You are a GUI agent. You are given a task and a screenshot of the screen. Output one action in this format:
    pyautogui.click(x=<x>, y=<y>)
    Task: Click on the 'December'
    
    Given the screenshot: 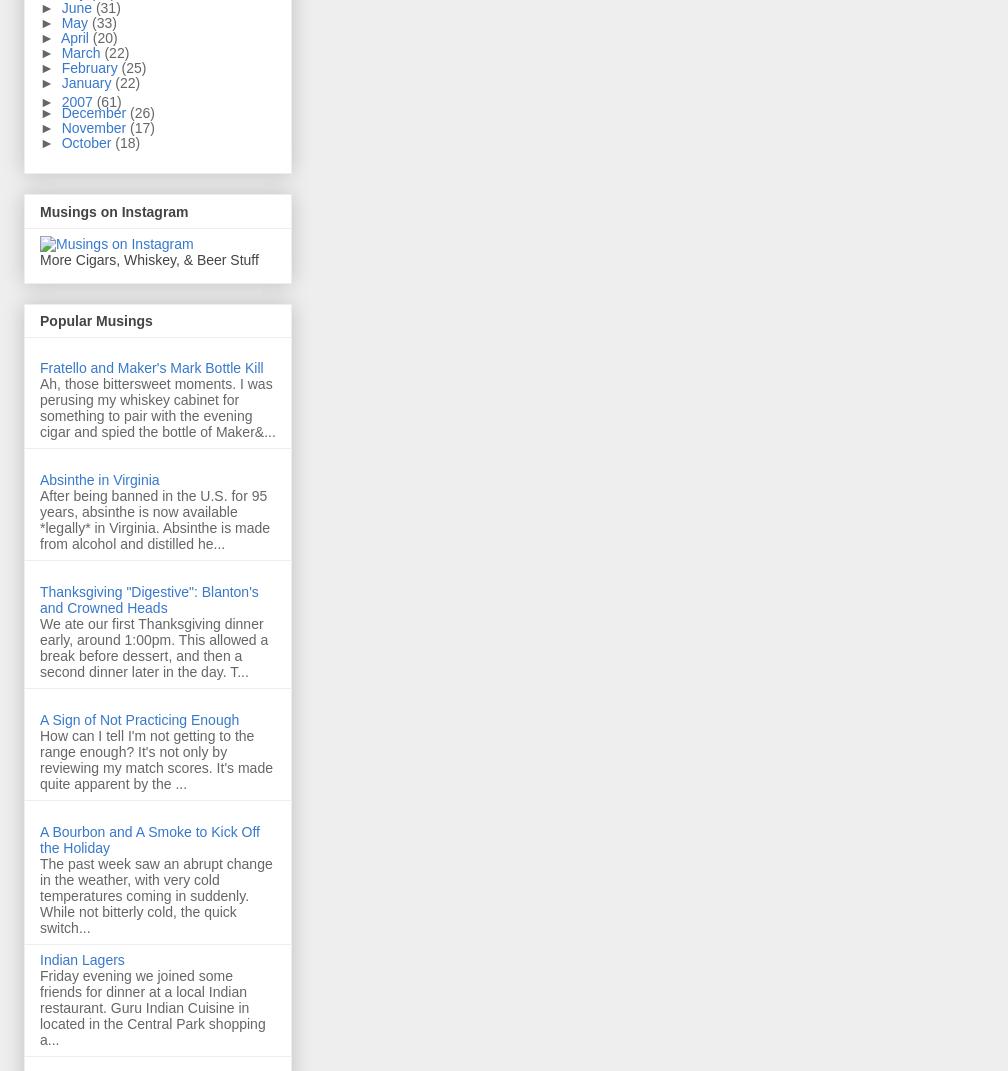 What is the action you would take?
    pyautogui.click(x=95, y=112)
    